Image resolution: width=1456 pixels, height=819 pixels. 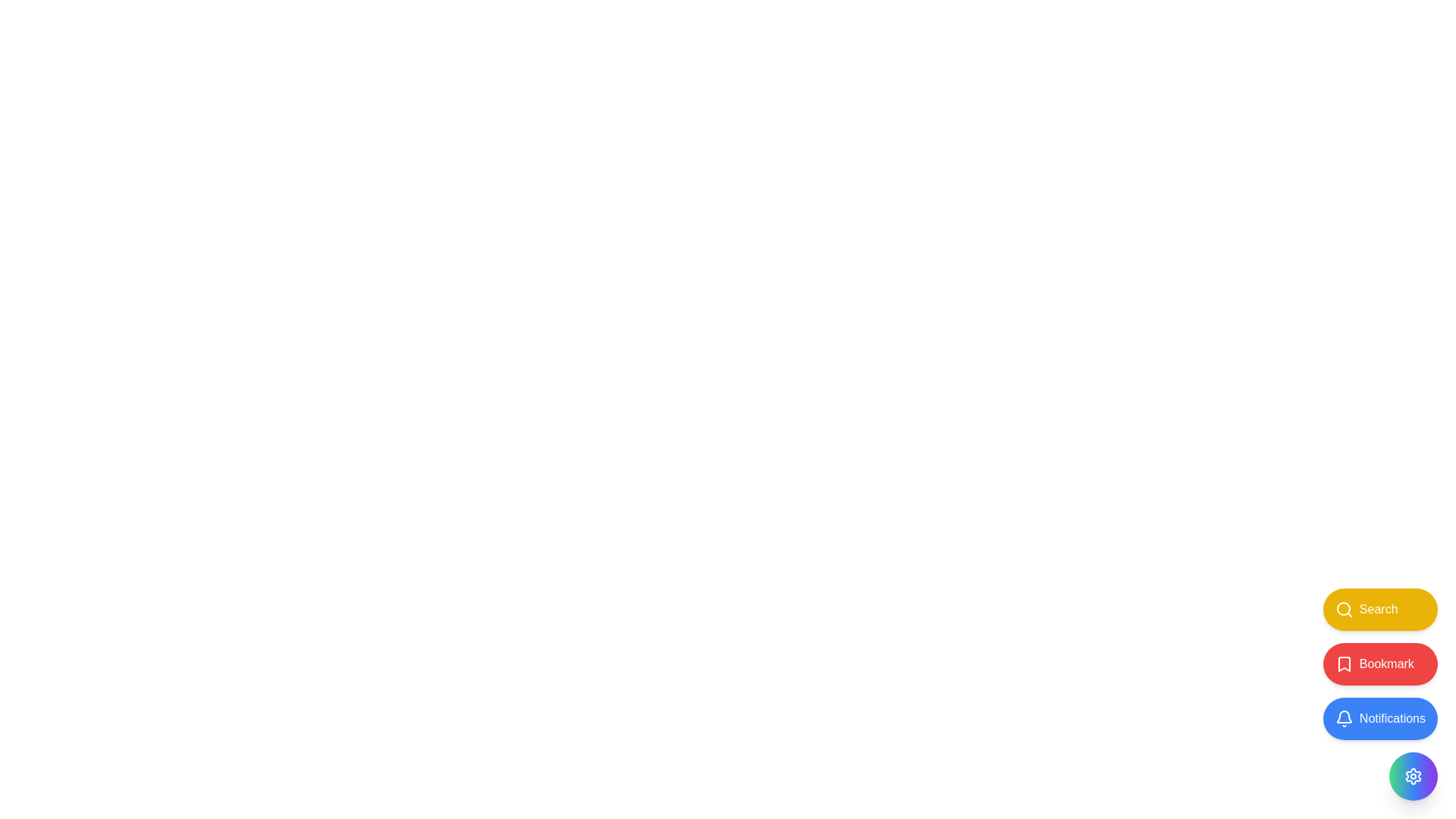 What do you see at coordinates (1344, 608) in the screenshot?
I see `the search icon located within the yellow circular button labeled 'Search'` at bounding box center [1344, 608].